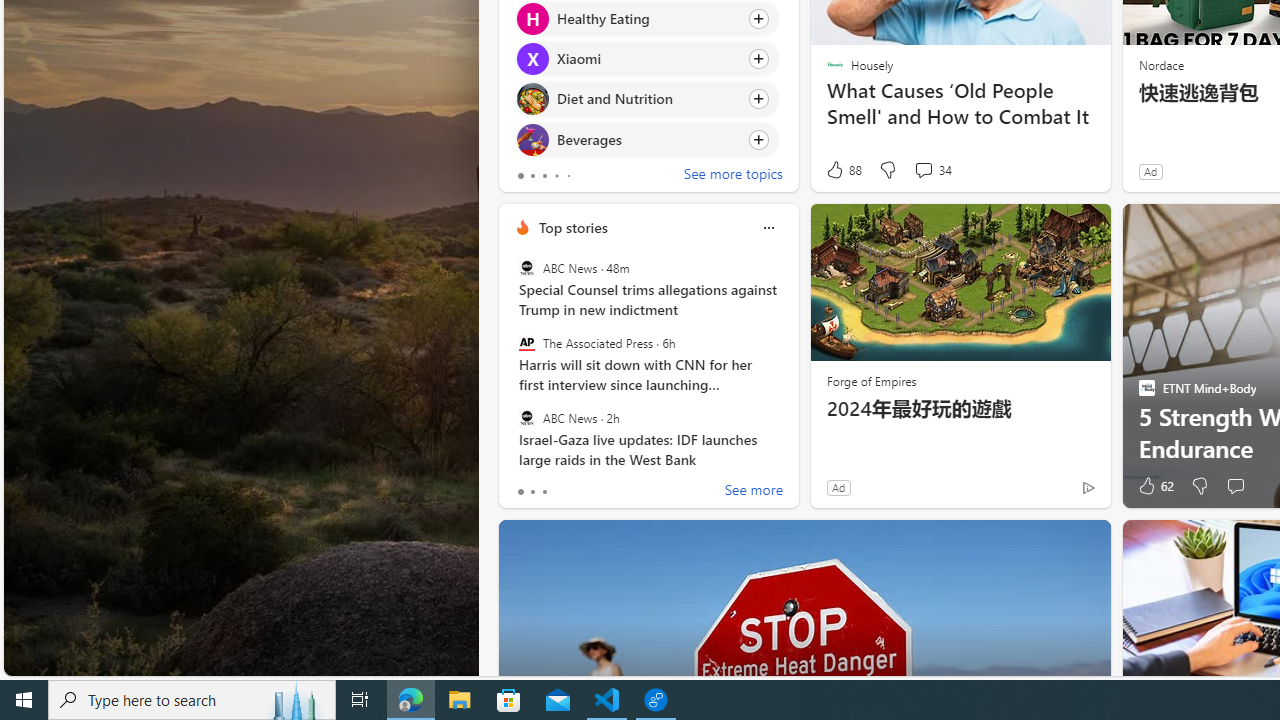 This screenshot has height=720, width=1280. Describe the element at coordinates (1154, 486) in the screenshot. I see `'62 Like'` at that location.